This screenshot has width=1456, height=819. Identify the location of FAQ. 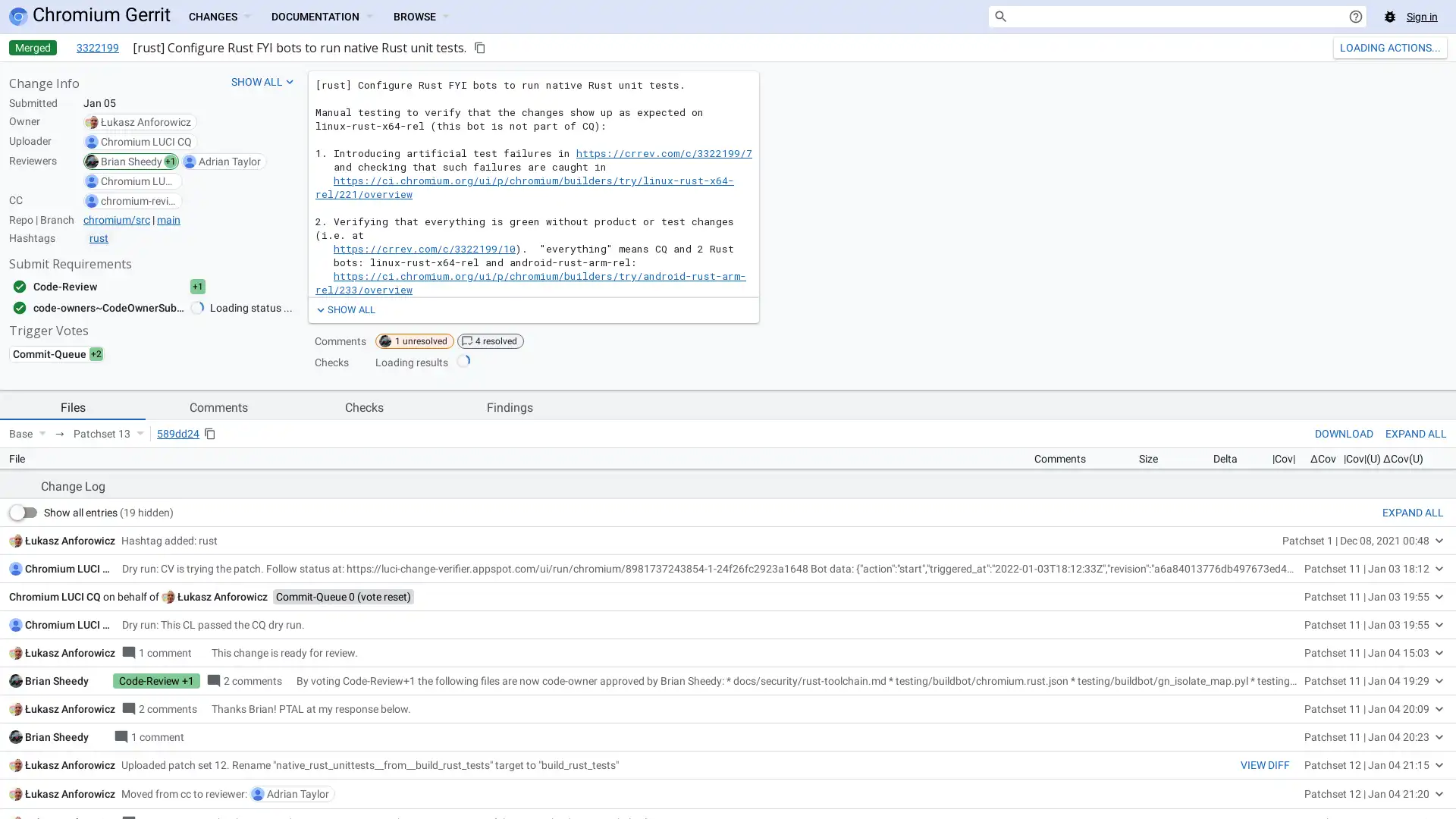
(1370, 660).